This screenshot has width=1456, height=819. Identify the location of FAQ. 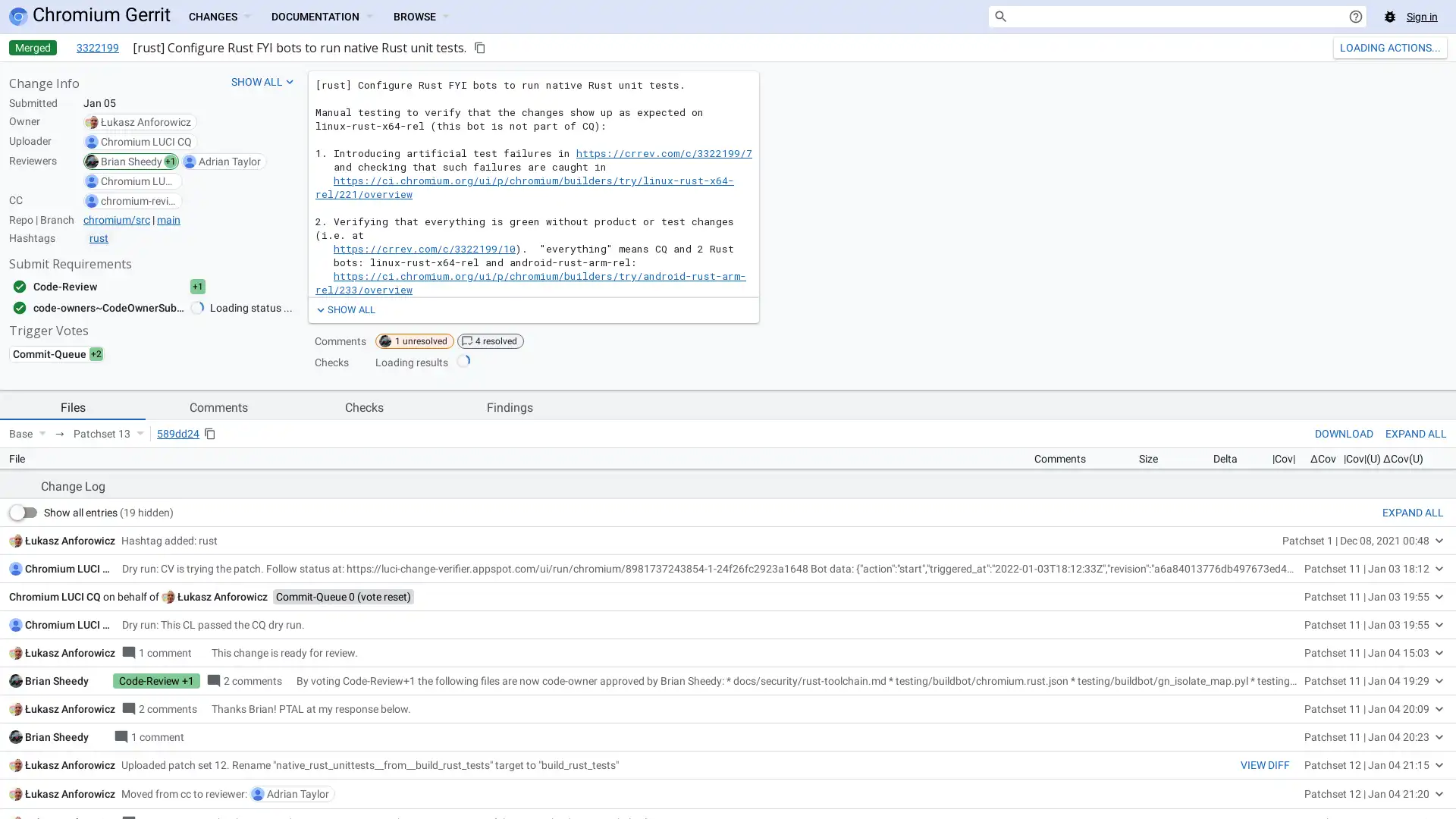
(1370, 660).